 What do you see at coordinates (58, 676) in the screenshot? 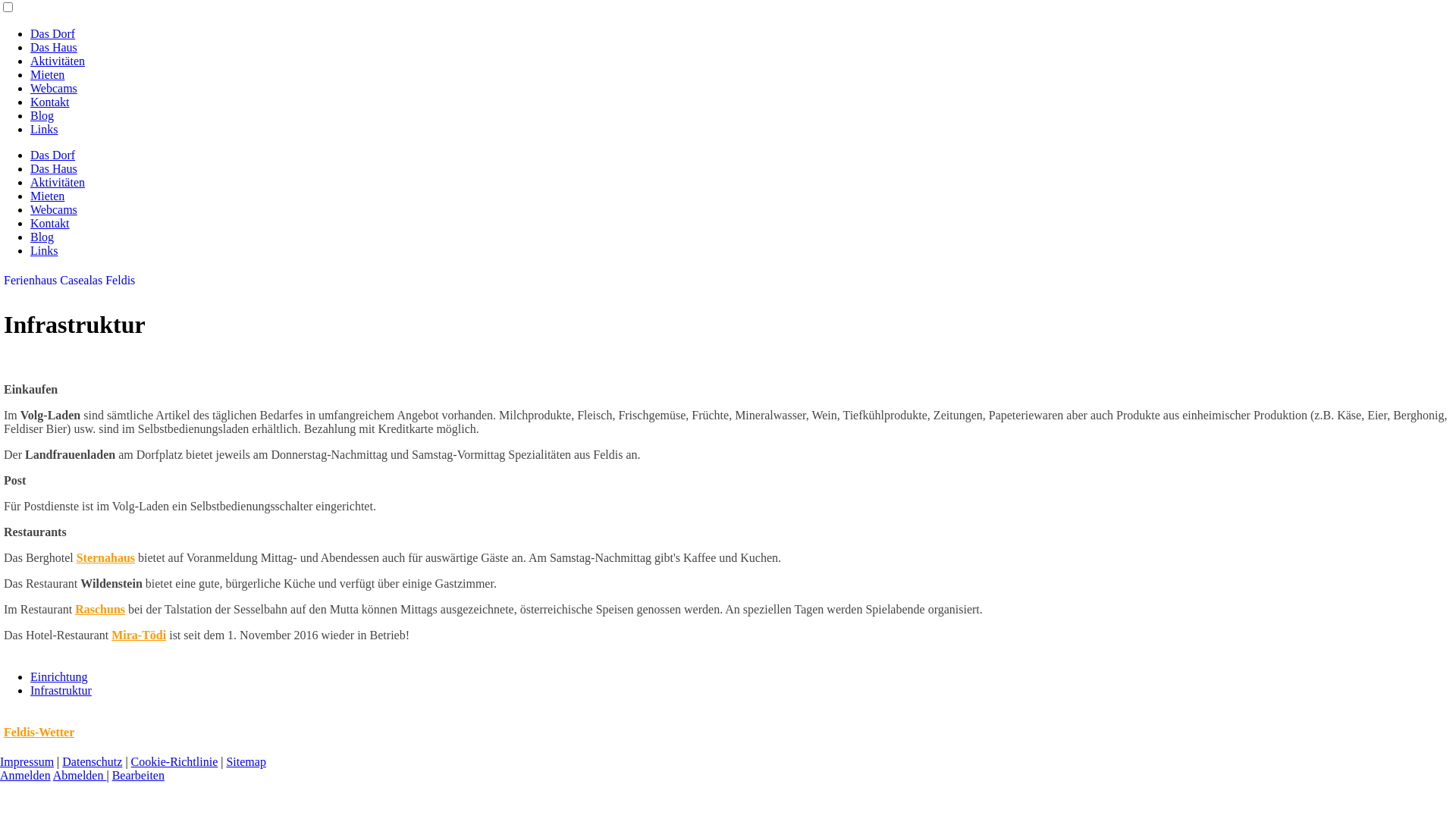
I see `'Einrichtung'` at bounding box center [58, 676].